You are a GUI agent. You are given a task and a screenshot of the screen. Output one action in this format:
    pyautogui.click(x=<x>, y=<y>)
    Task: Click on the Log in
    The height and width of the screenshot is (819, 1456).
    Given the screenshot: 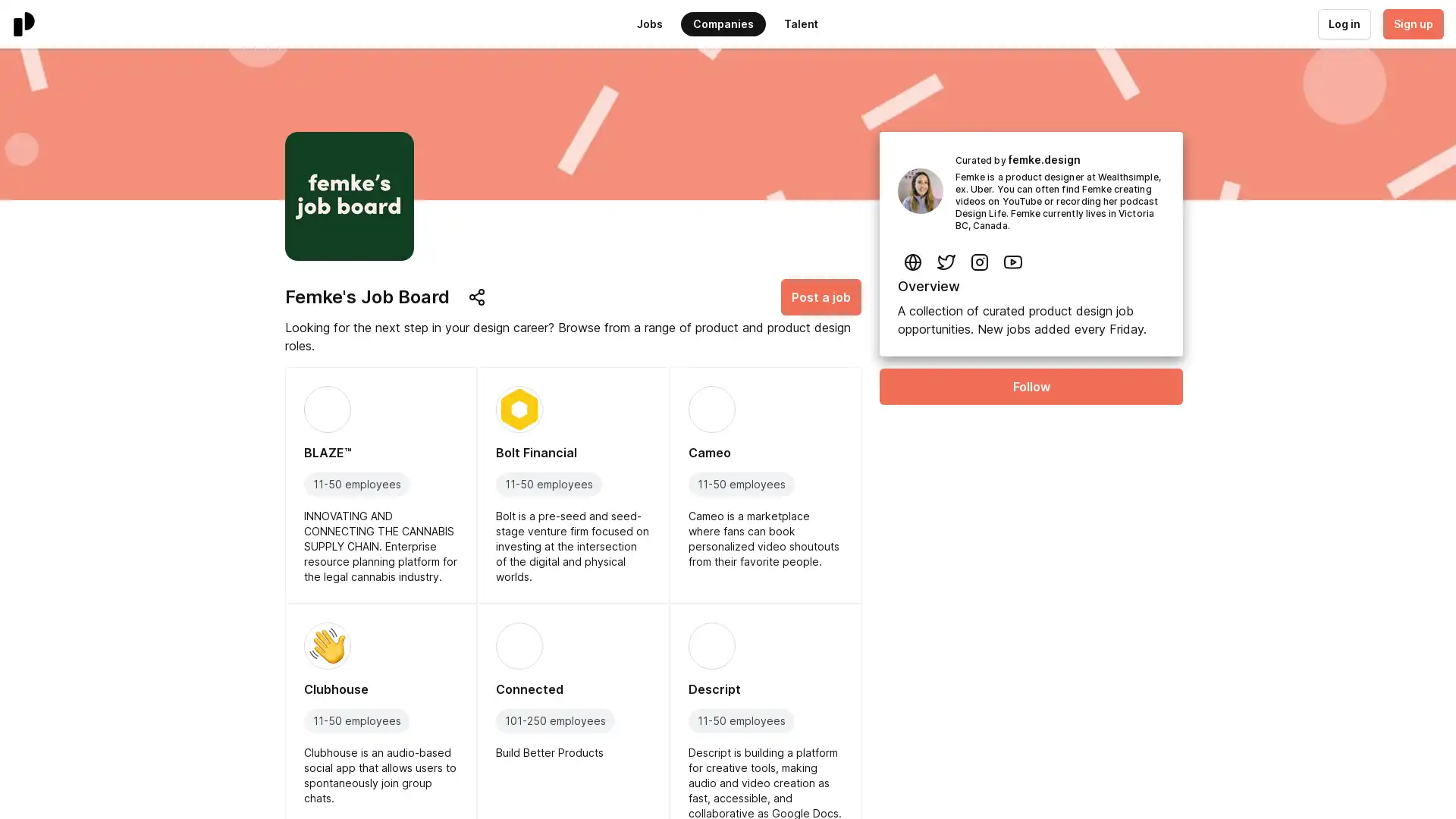 What is the action you would take?
    pyautogui.click(x=1343, y=24)
    